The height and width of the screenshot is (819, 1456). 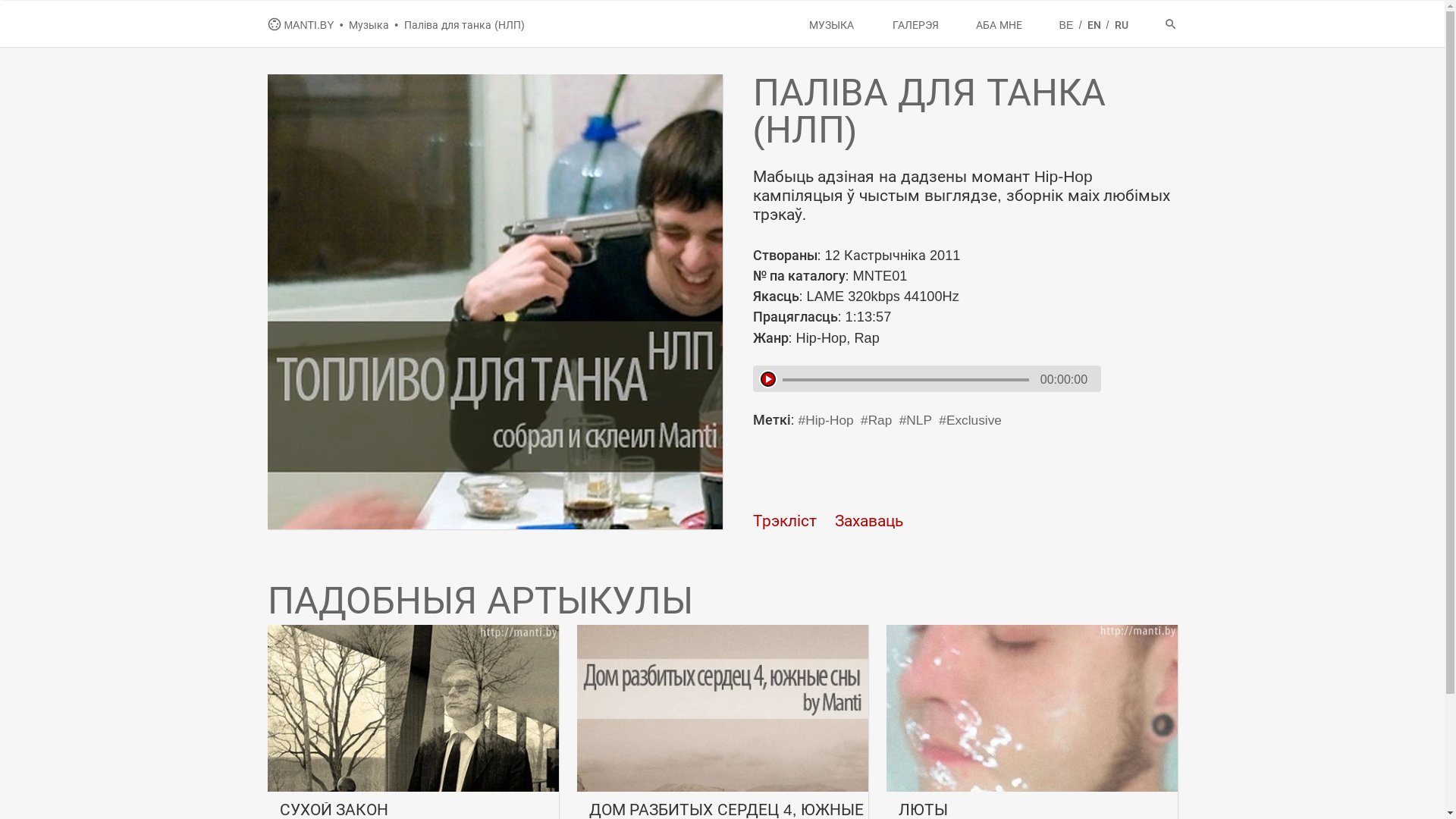 I want to click on 'NLP', so click(x=899, y=420).